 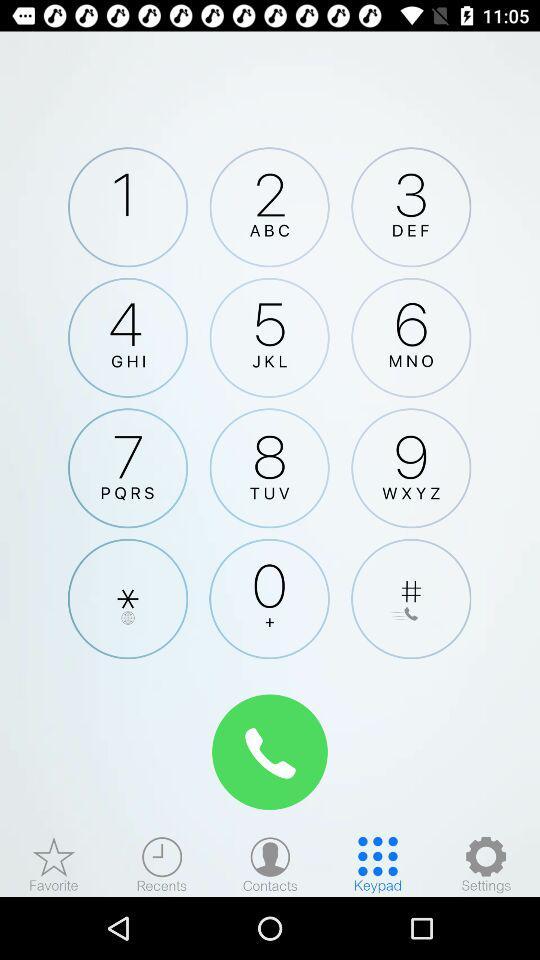 I want to click on 4, so click(x=128, y=337).